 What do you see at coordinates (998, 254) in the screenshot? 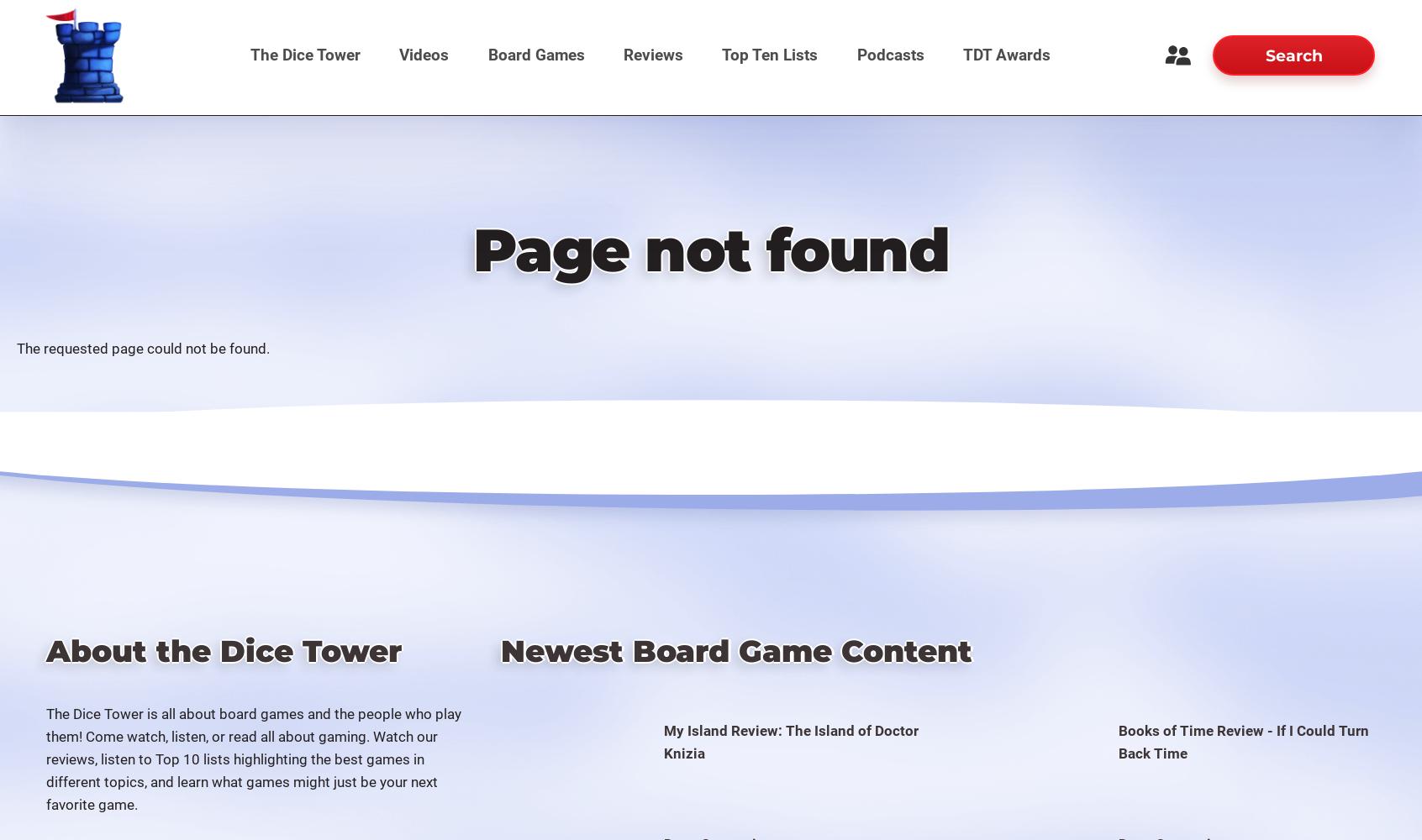
I see `'The Dice Tower Awards 2017'` at bounding box center [998, 254].